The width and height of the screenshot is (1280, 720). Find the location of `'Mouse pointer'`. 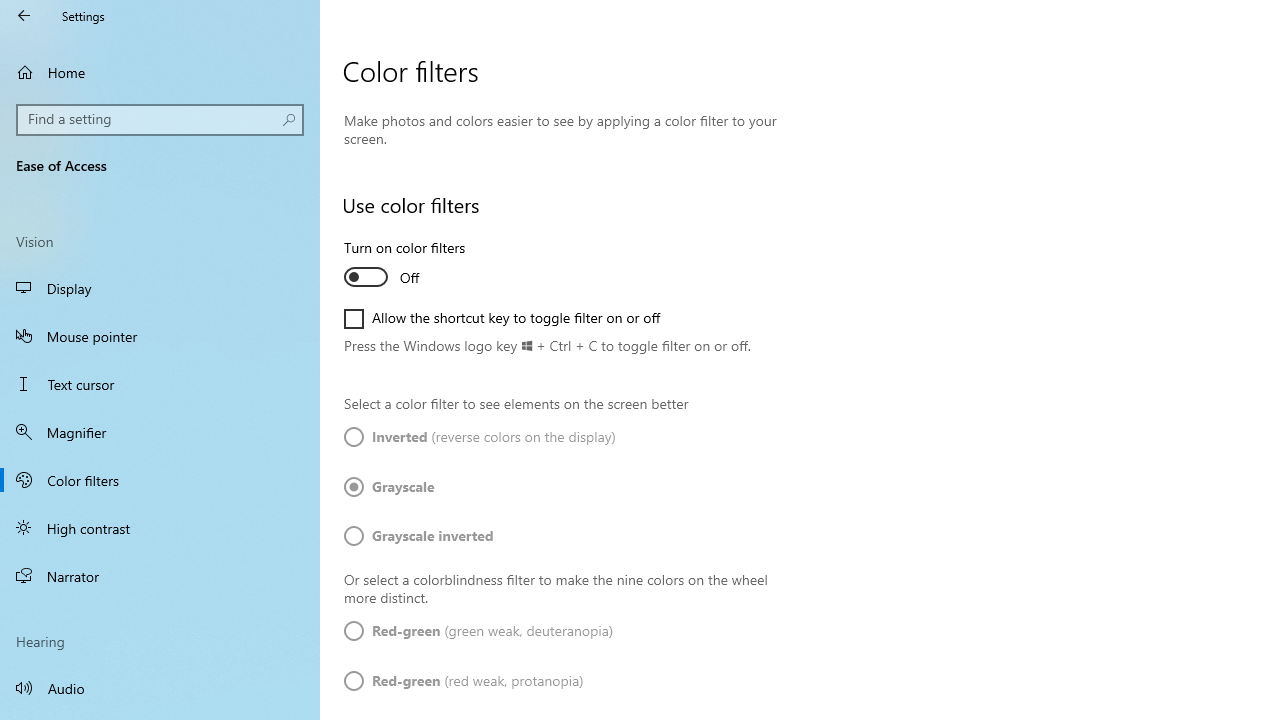

'Mouse pointer' is located at coordinates (160, 334).